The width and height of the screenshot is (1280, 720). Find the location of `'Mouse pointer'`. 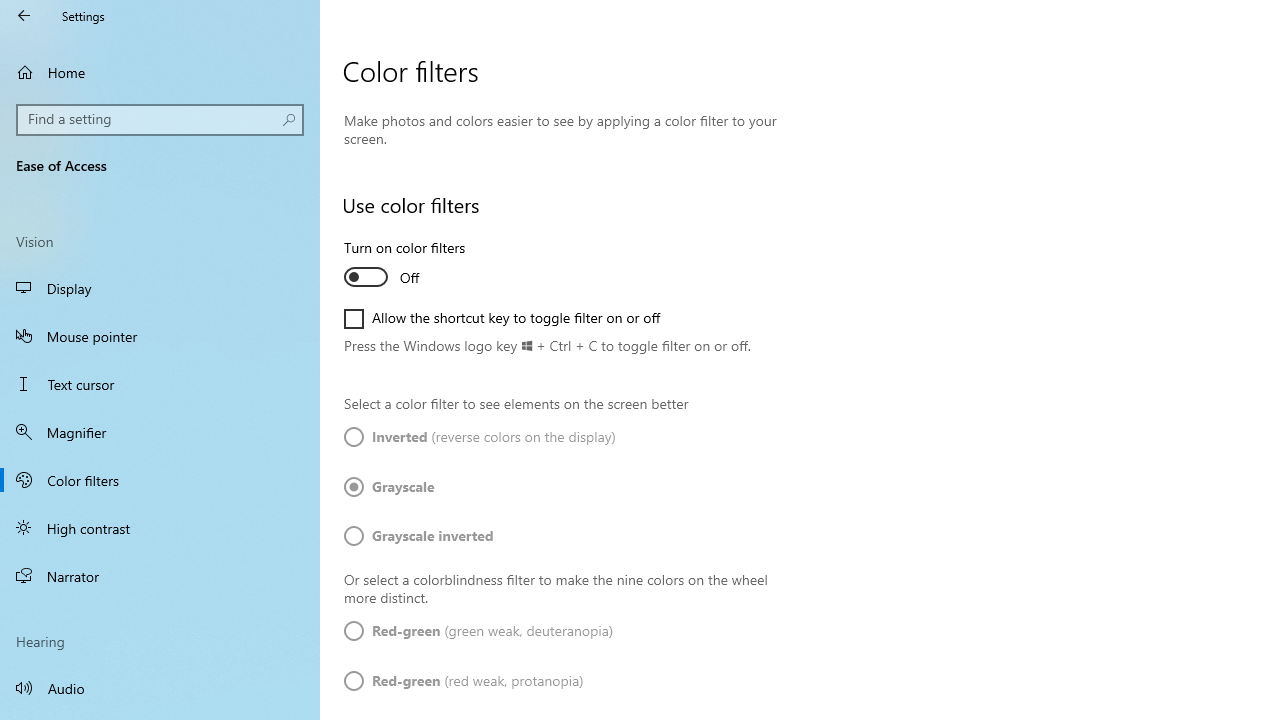

'Mouse pointer' is located at coordinates (160, 334).